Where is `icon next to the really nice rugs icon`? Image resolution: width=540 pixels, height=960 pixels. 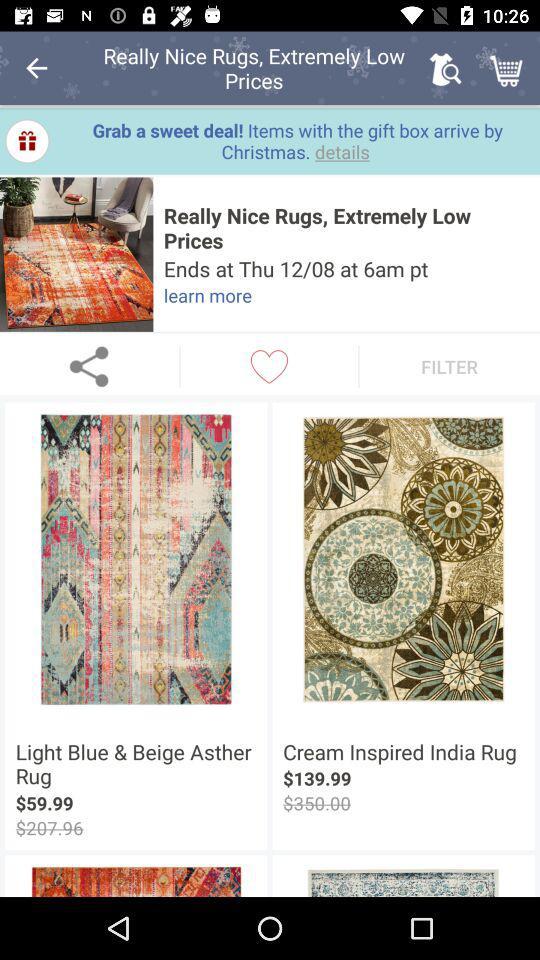
icon next to the really nice rugs icon is located at coordinates (445, 68).